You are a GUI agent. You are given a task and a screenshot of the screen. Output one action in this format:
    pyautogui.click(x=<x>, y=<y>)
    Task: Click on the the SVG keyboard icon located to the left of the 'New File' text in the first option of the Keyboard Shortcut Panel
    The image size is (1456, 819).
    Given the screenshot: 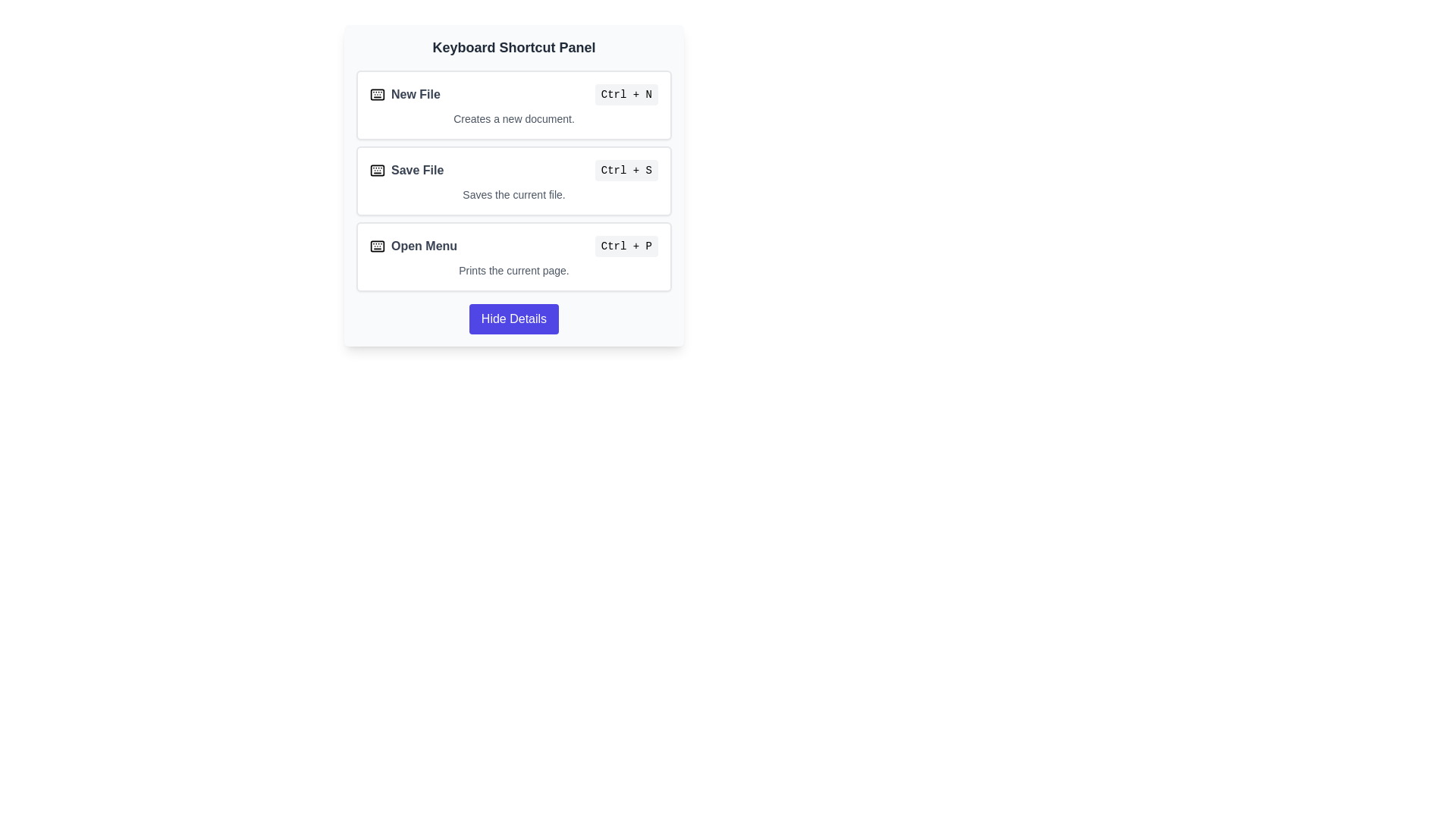 What is the action you would take?
    pyautogui.click(x=378, y=94)
    